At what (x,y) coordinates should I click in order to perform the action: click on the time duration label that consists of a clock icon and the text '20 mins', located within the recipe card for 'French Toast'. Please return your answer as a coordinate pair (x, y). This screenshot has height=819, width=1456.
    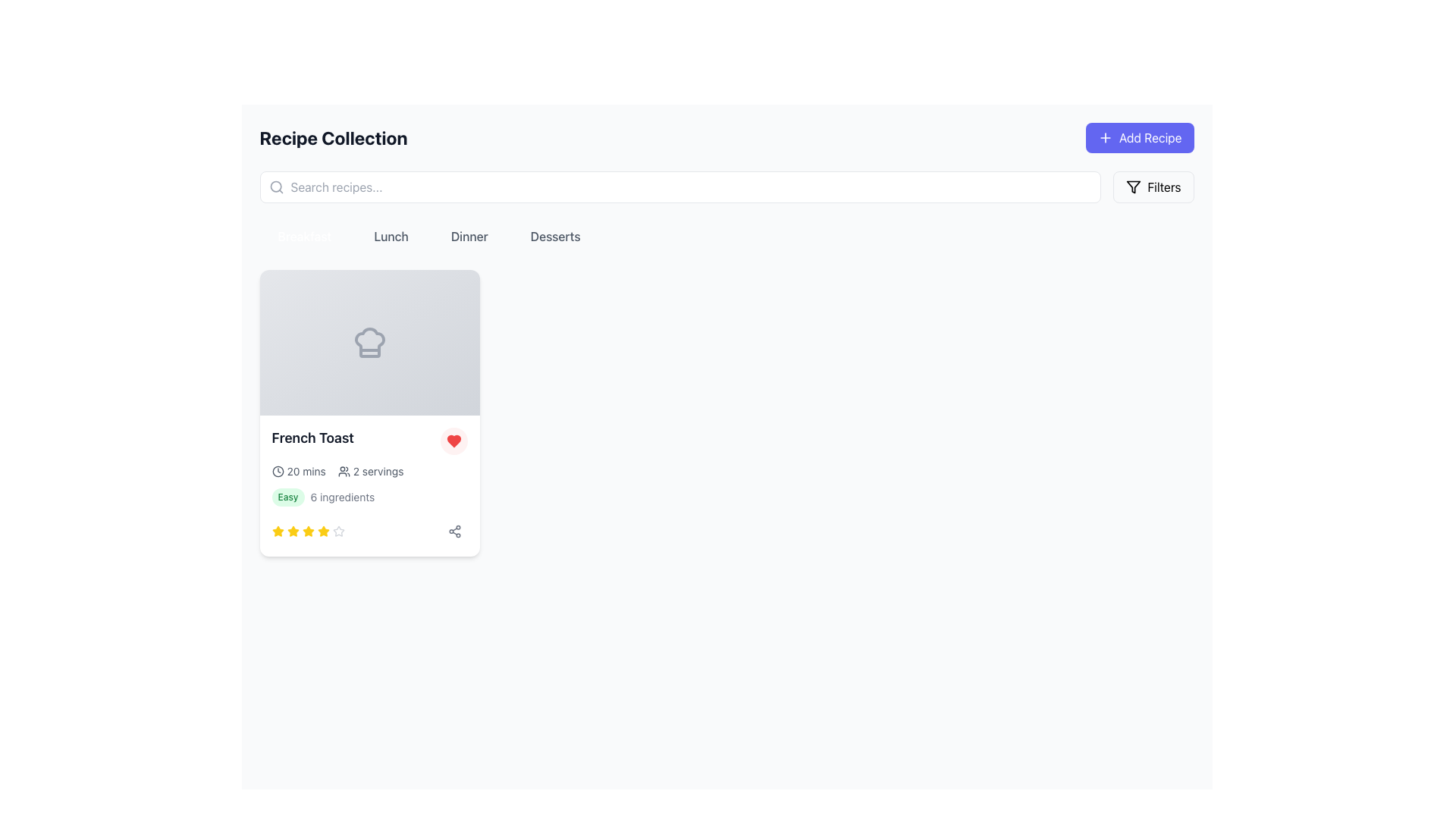
    Looking at the image, I should click on (299, 470).